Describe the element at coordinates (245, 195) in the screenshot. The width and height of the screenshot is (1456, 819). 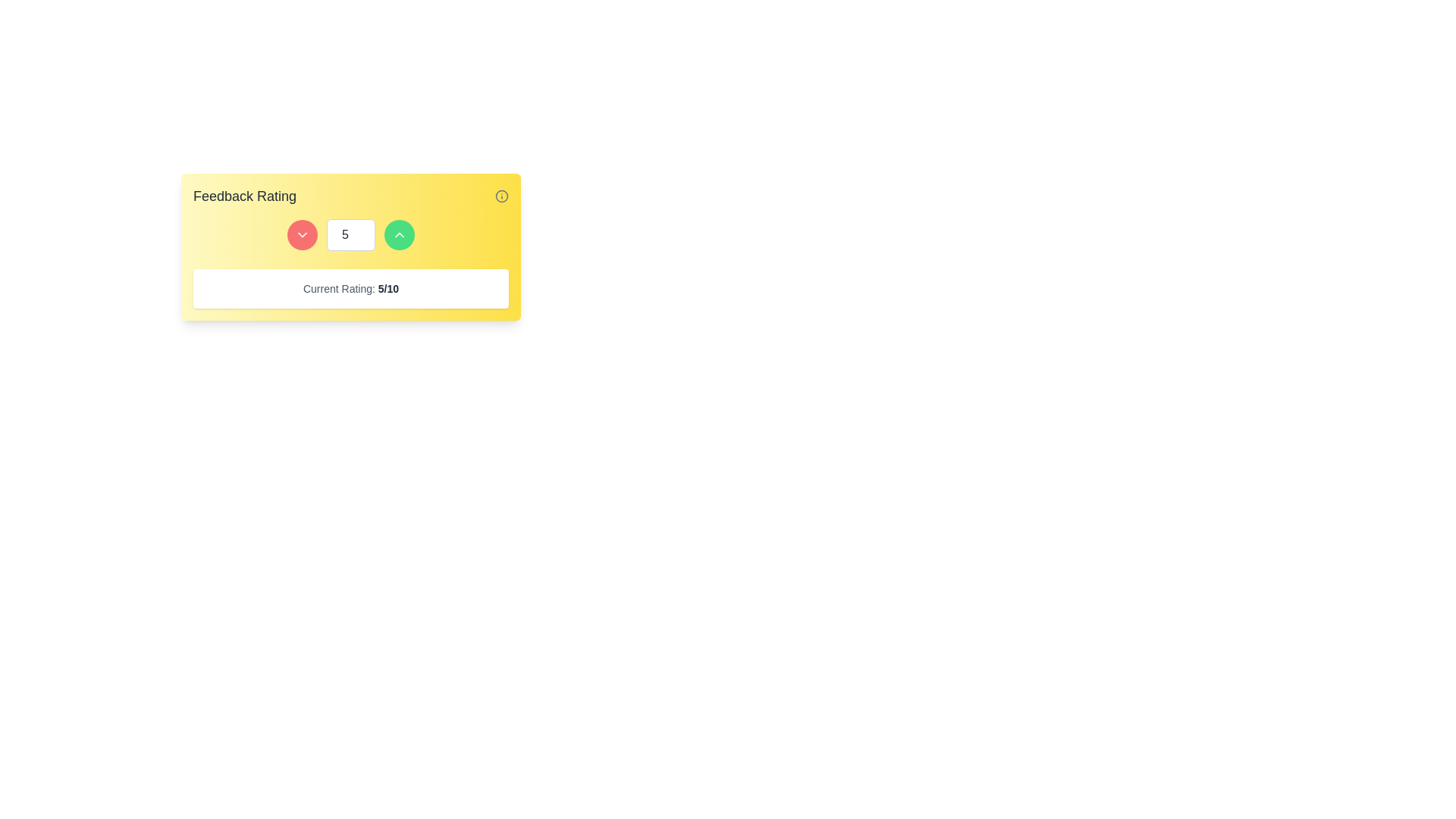
I see `the 'Feedback Rating' text label, which is styled in a large dark gray font and located within a yellow card interface` at that location.